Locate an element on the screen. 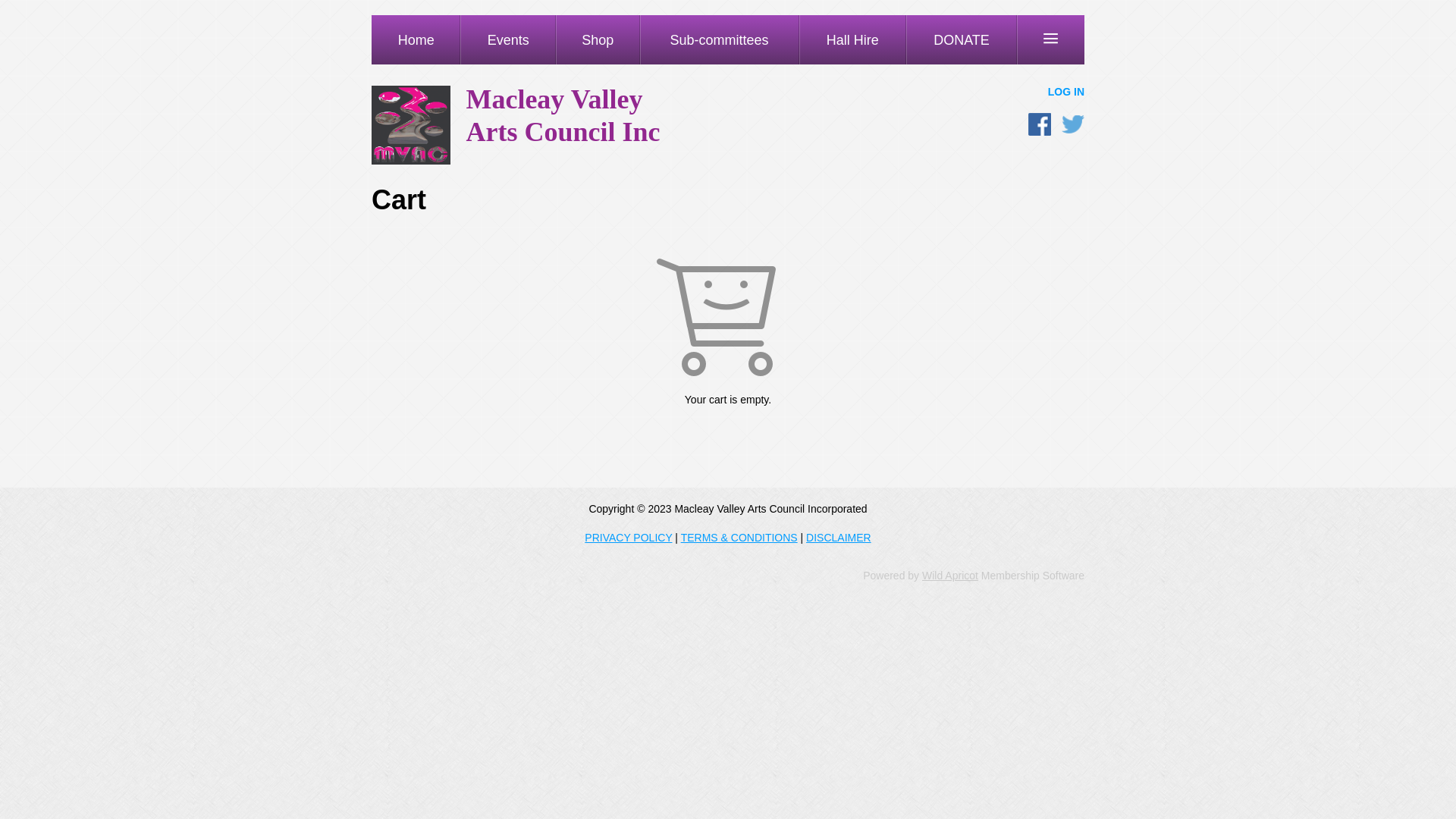 Image resolution: width=1456 pixels, height=819 pixels. 'Wild Apricot' is located at coordinates (921, 576).